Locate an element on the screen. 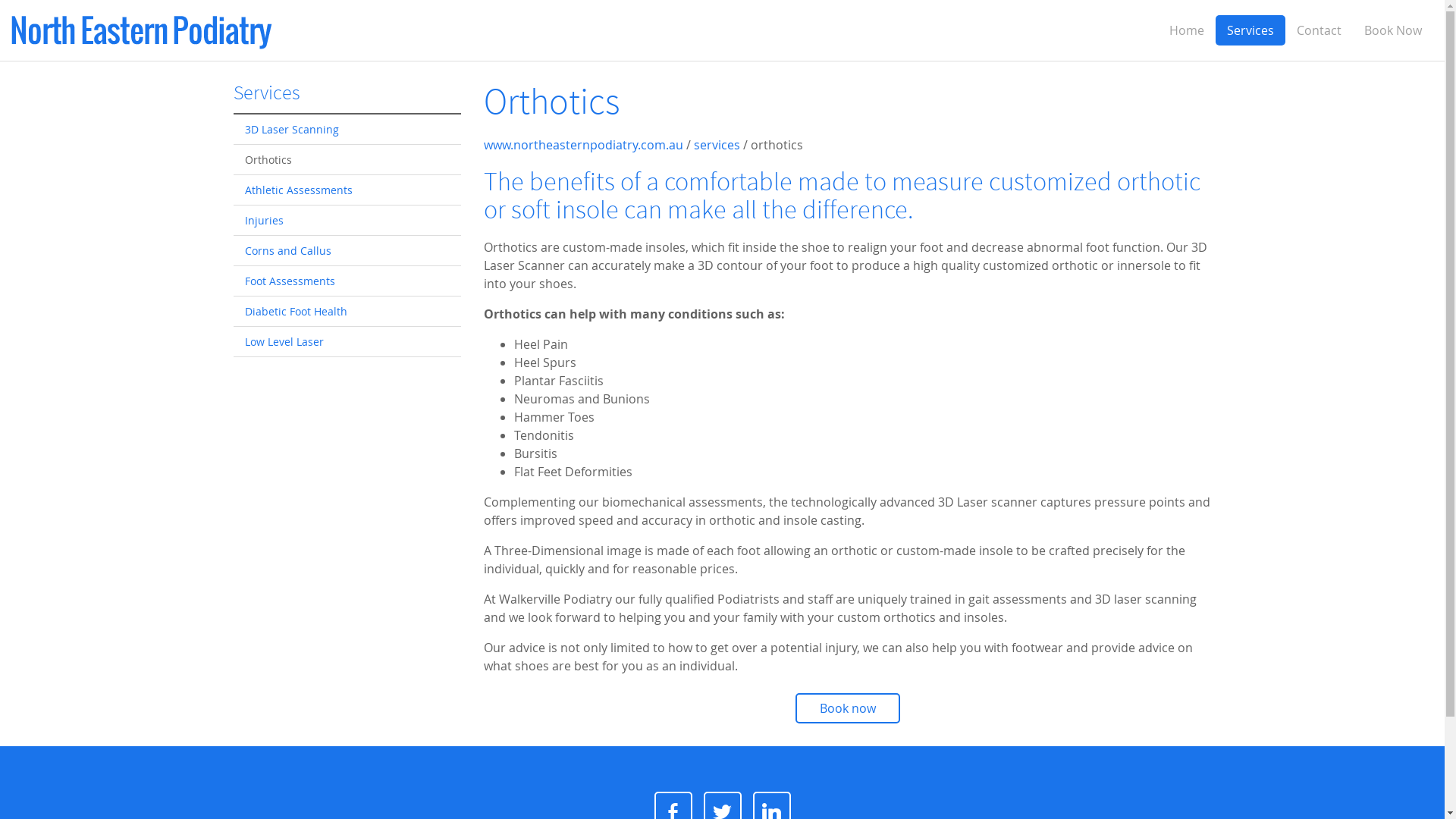  'www.northeasternpodiatry.com.au' is located at coordinates (582, 145).